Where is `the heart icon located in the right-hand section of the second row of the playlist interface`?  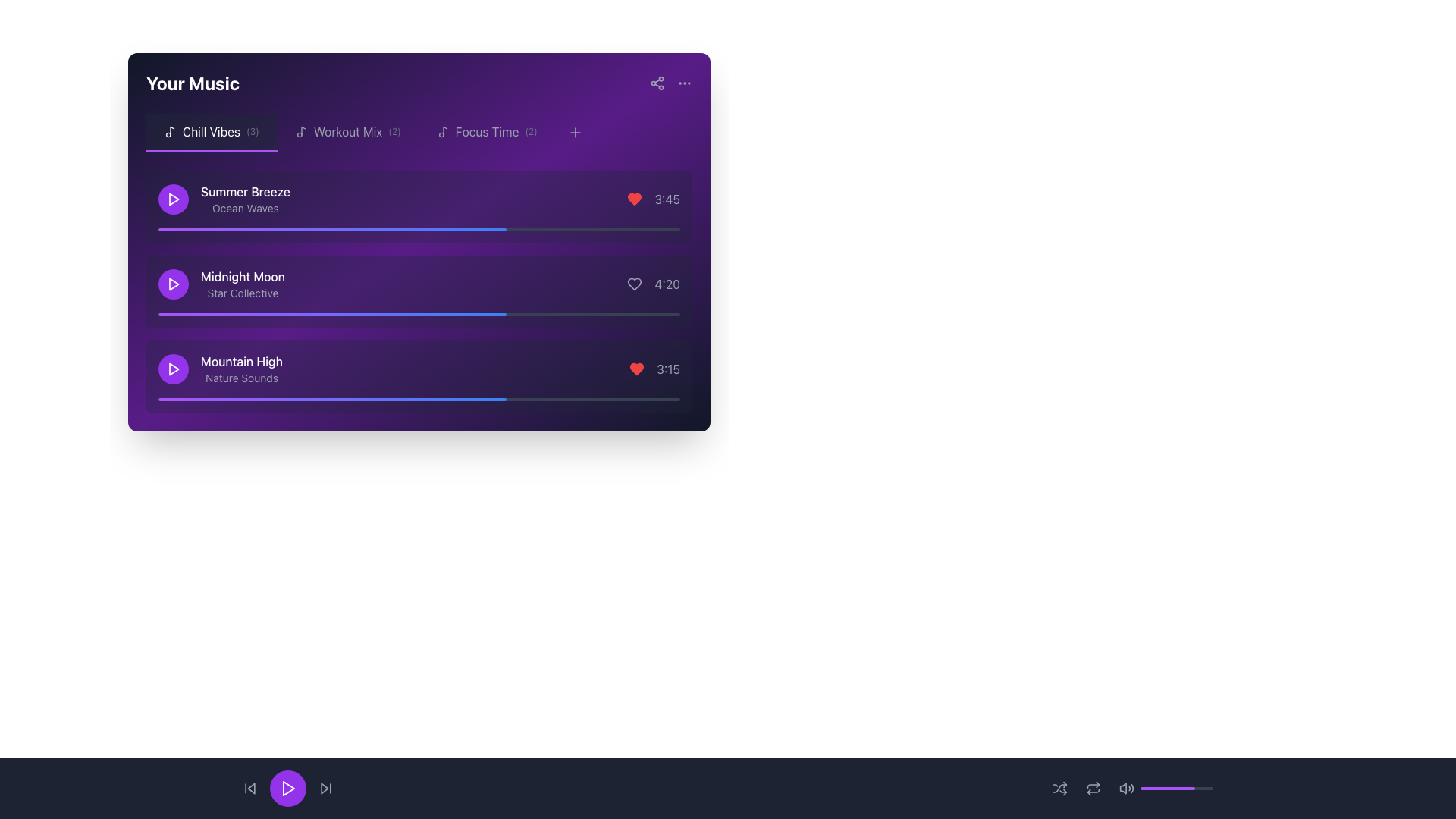
the heart icon located in the right-hand section of the second row of the playlist interface is located at coordinates (635, 284).